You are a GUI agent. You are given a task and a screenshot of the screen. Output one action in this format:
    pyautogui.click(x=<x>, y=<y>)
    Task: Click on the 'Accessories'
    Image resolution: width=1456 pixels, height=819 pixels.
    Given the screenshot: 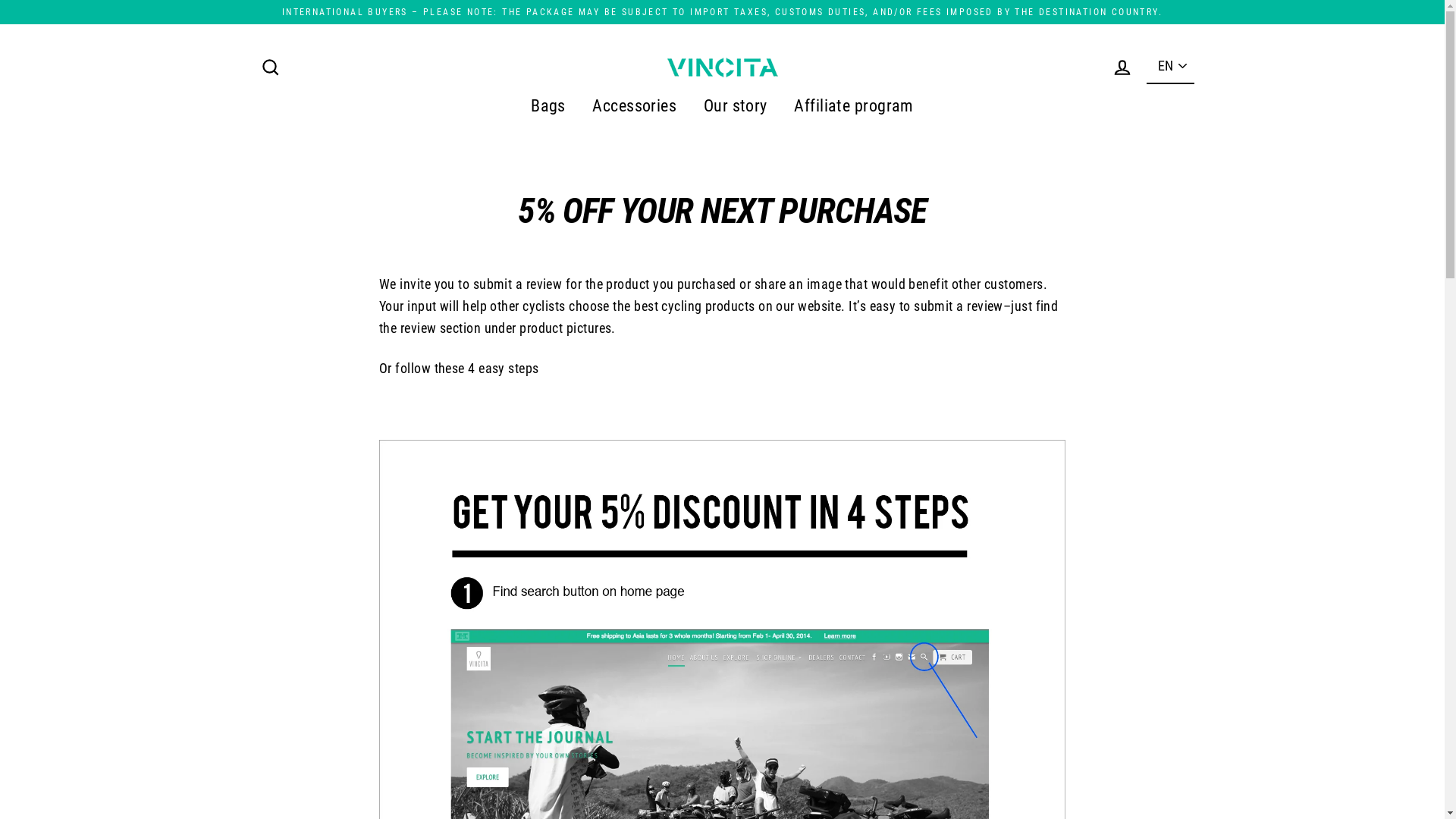 What is the action you would take?
    pyautogui.click(x=580, y=105)
    